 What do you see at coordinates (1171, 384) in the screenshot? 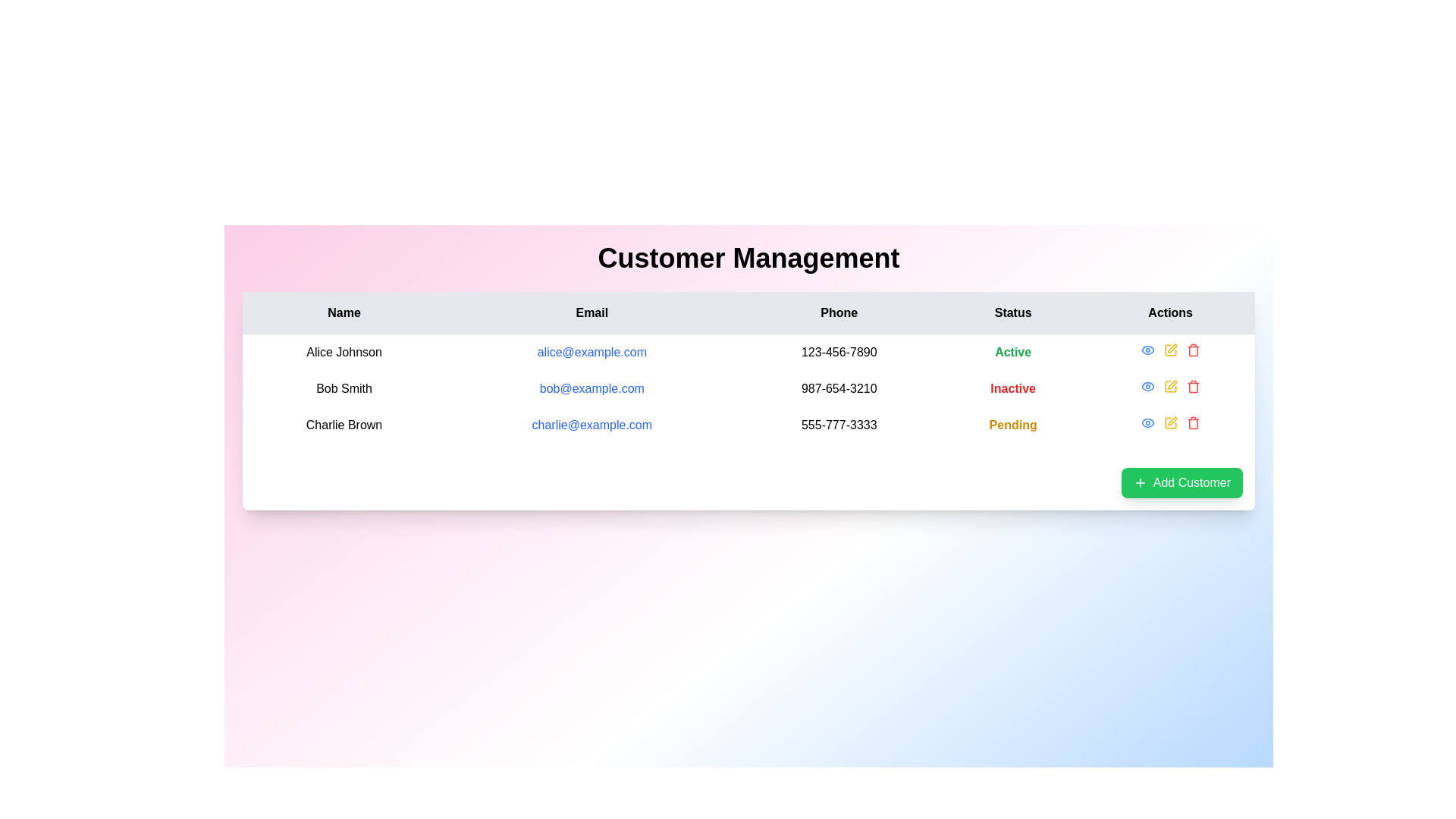
I see `the pen-shaped icon located in the 'Actions' column of the third row in the table to initiate the edit action` at bounding box center [1171, 384].